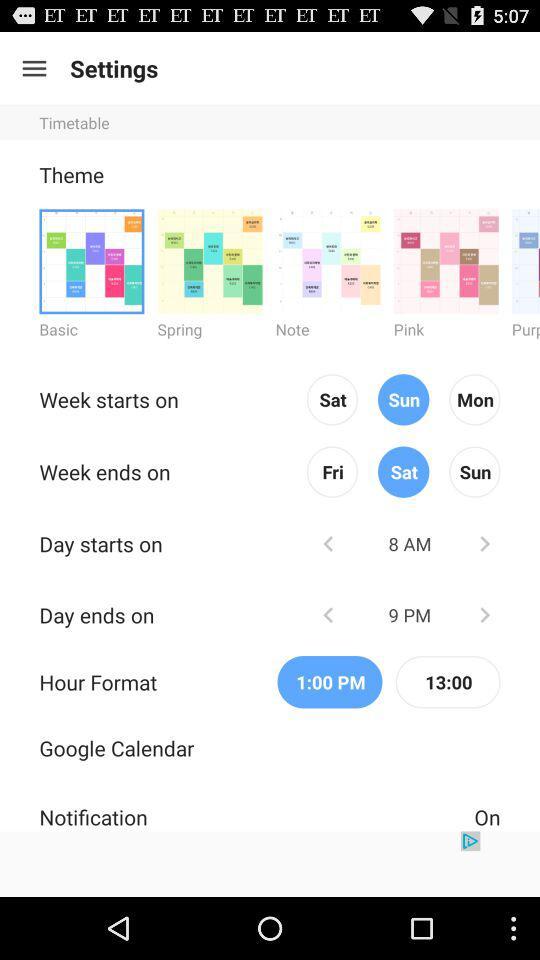  Describe the element at coordinates (328, 613) in the screenshot. I see `previous` at that location.